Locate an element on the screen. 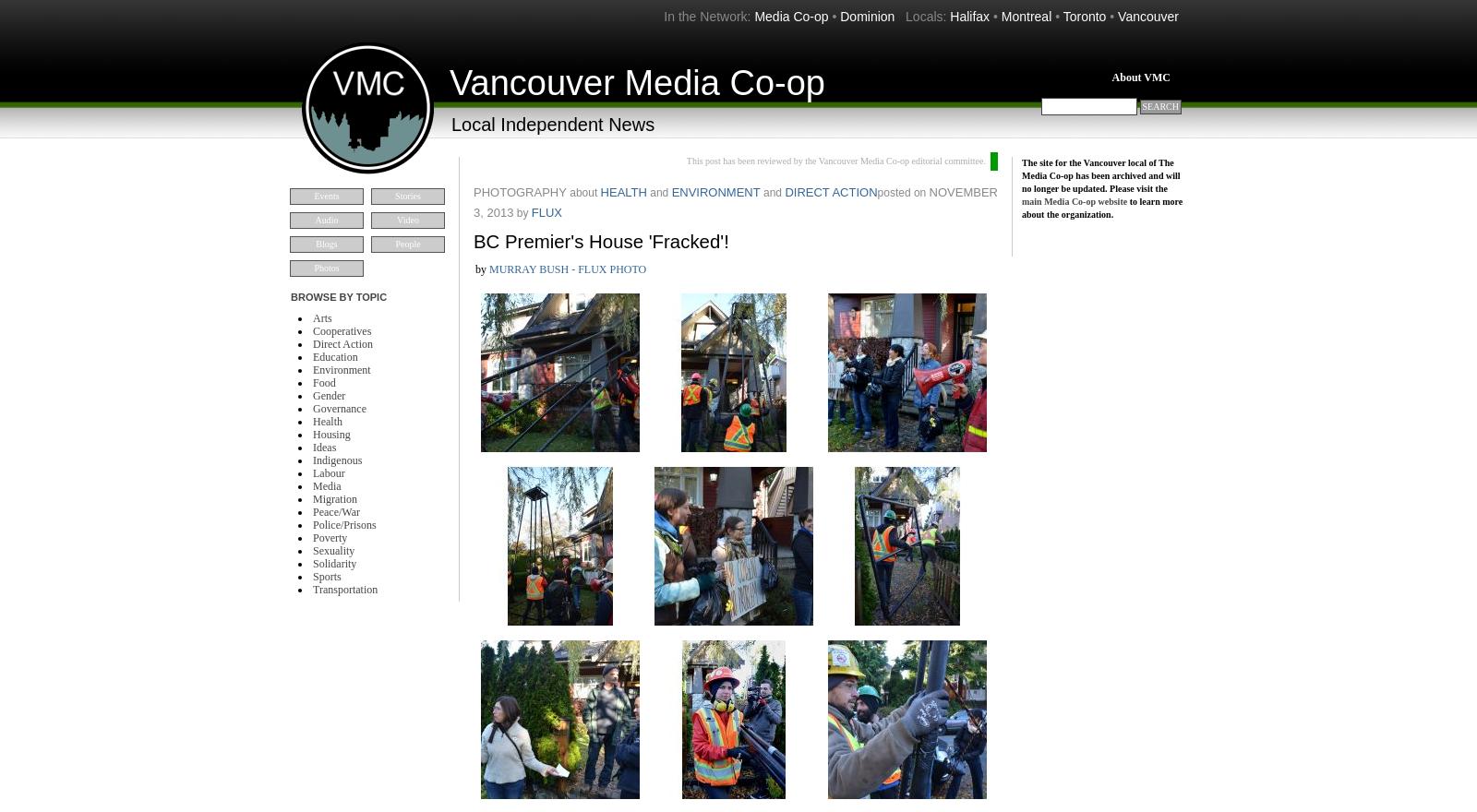 The width and height of the screenshot is (1477, 812). 'Peace/War' is located at coordinates (336, 512).